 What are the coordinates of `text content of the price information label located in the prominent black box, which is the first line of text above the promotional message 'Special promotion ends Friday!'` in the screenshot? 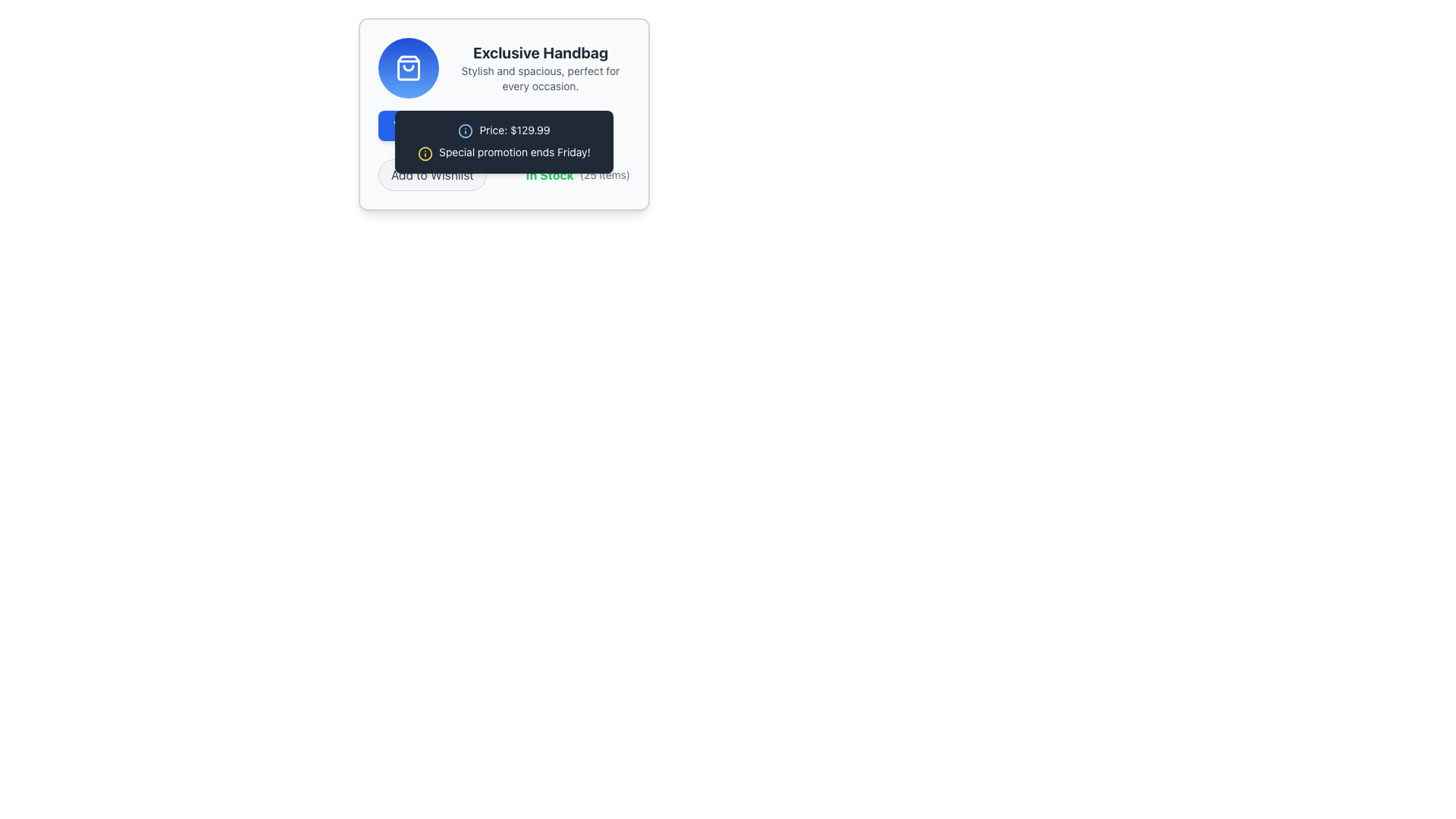 It's located at (504, 130).